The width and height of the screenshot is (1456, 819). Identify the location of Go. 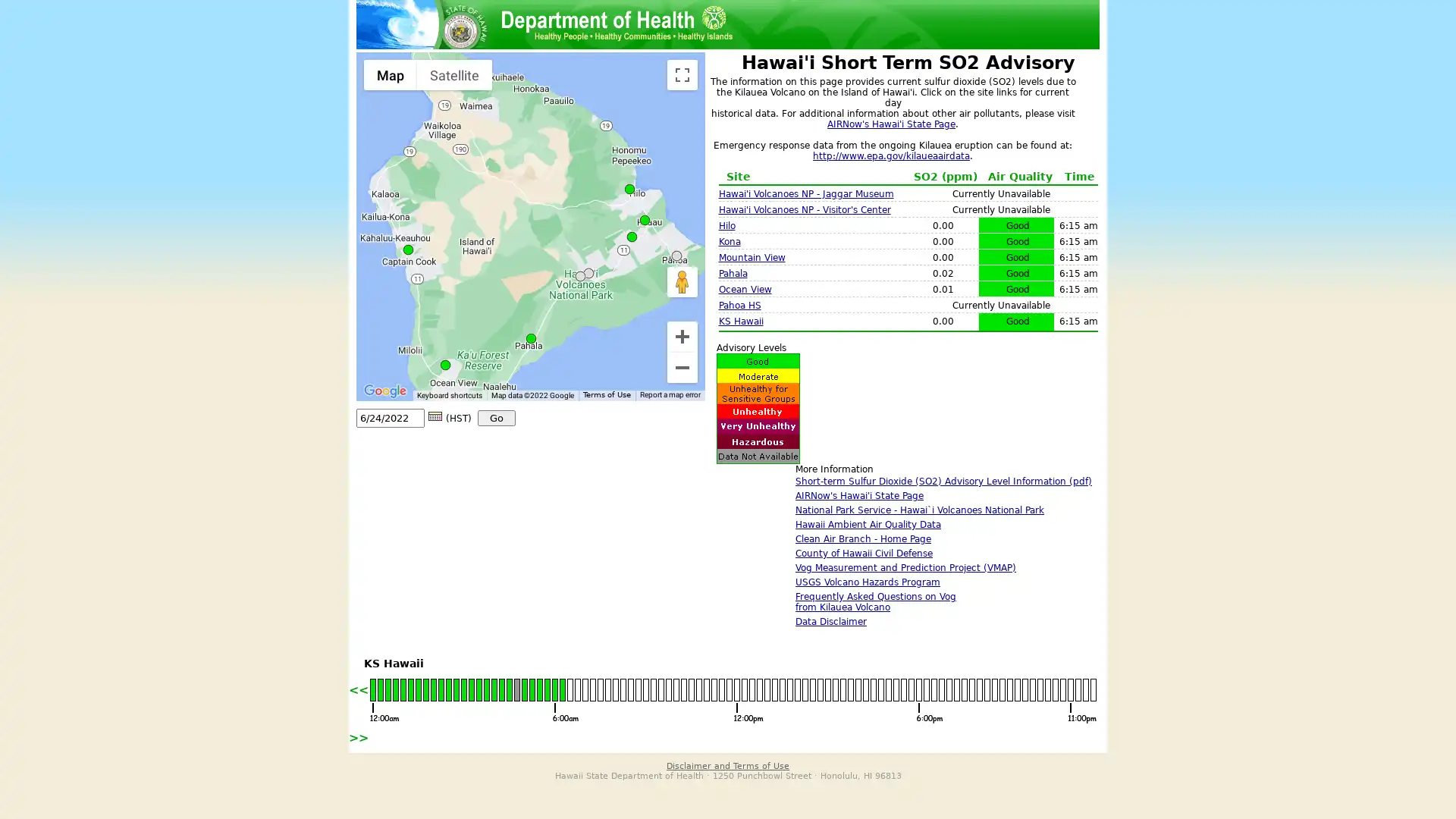
(496, 418).